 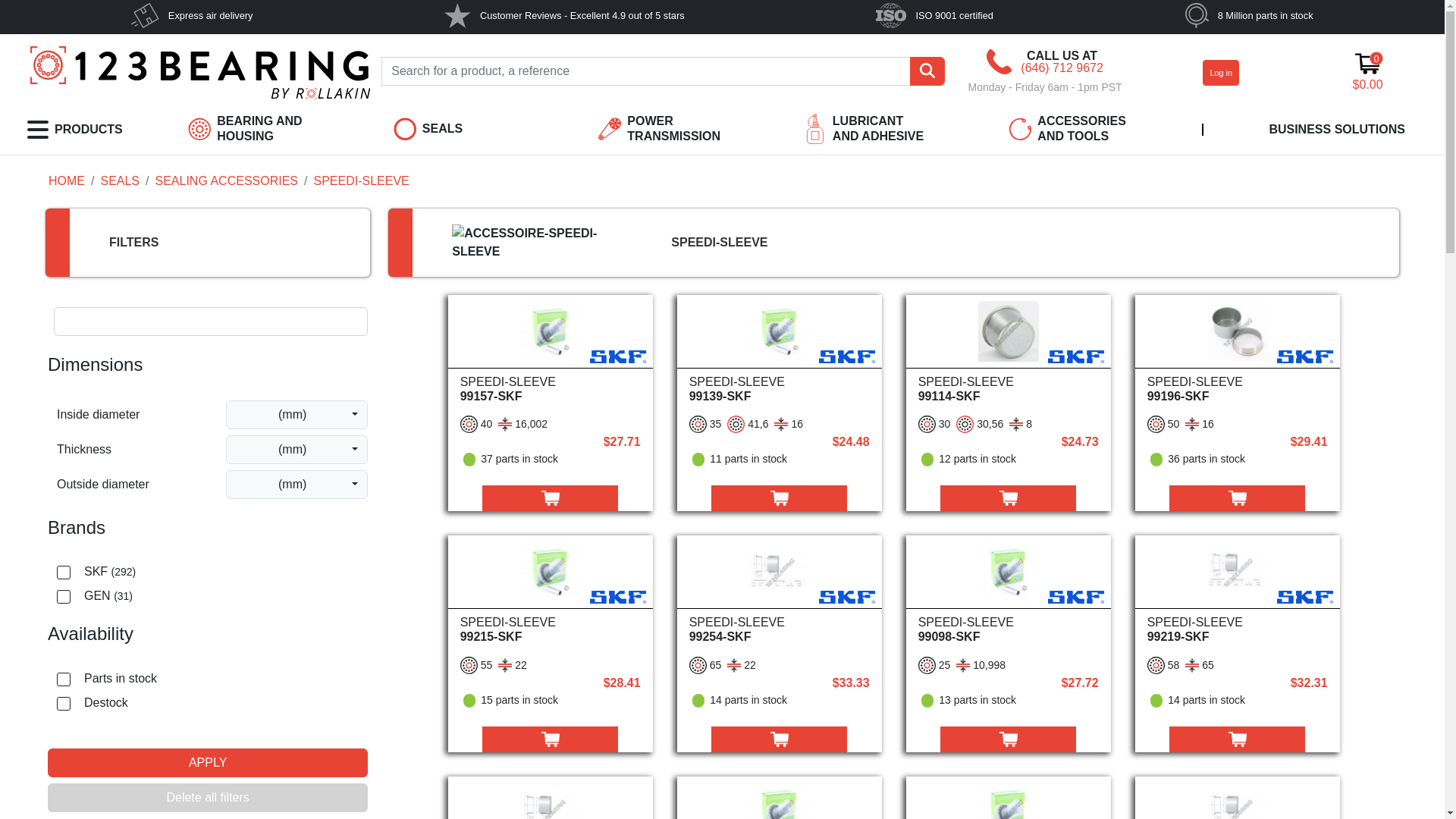 What do you see at coordinates (1072, 128) in the screenshot?
I see `'ACCESSORIES AND TOOLS'` at bounding box center [1072, 128].